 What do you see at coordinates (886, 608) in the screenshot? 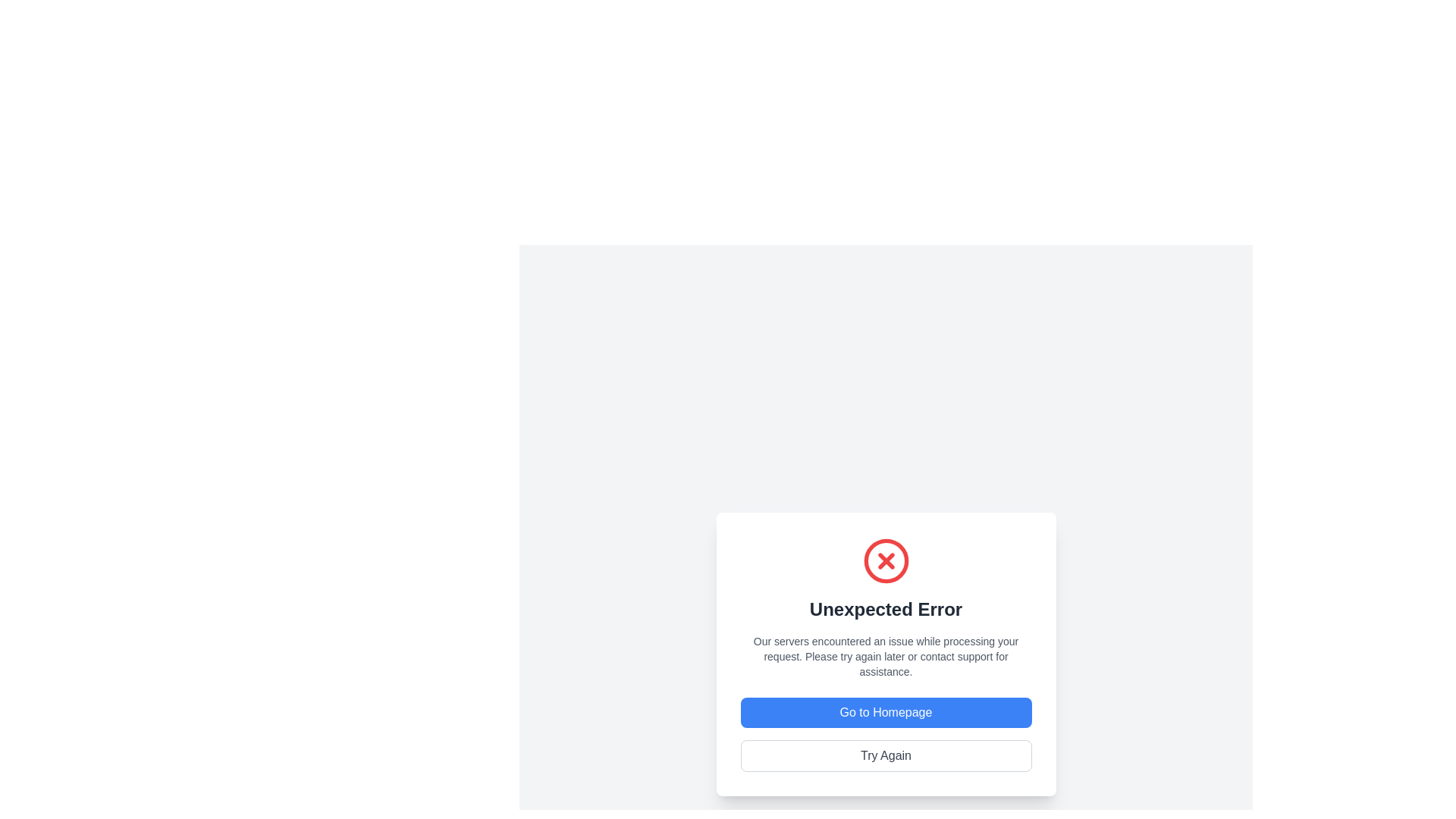
I see `the heading text label displaying 'Unexpected Error' in a large bold font, located in the center of the error message interface` at bounding box center [886, 608].